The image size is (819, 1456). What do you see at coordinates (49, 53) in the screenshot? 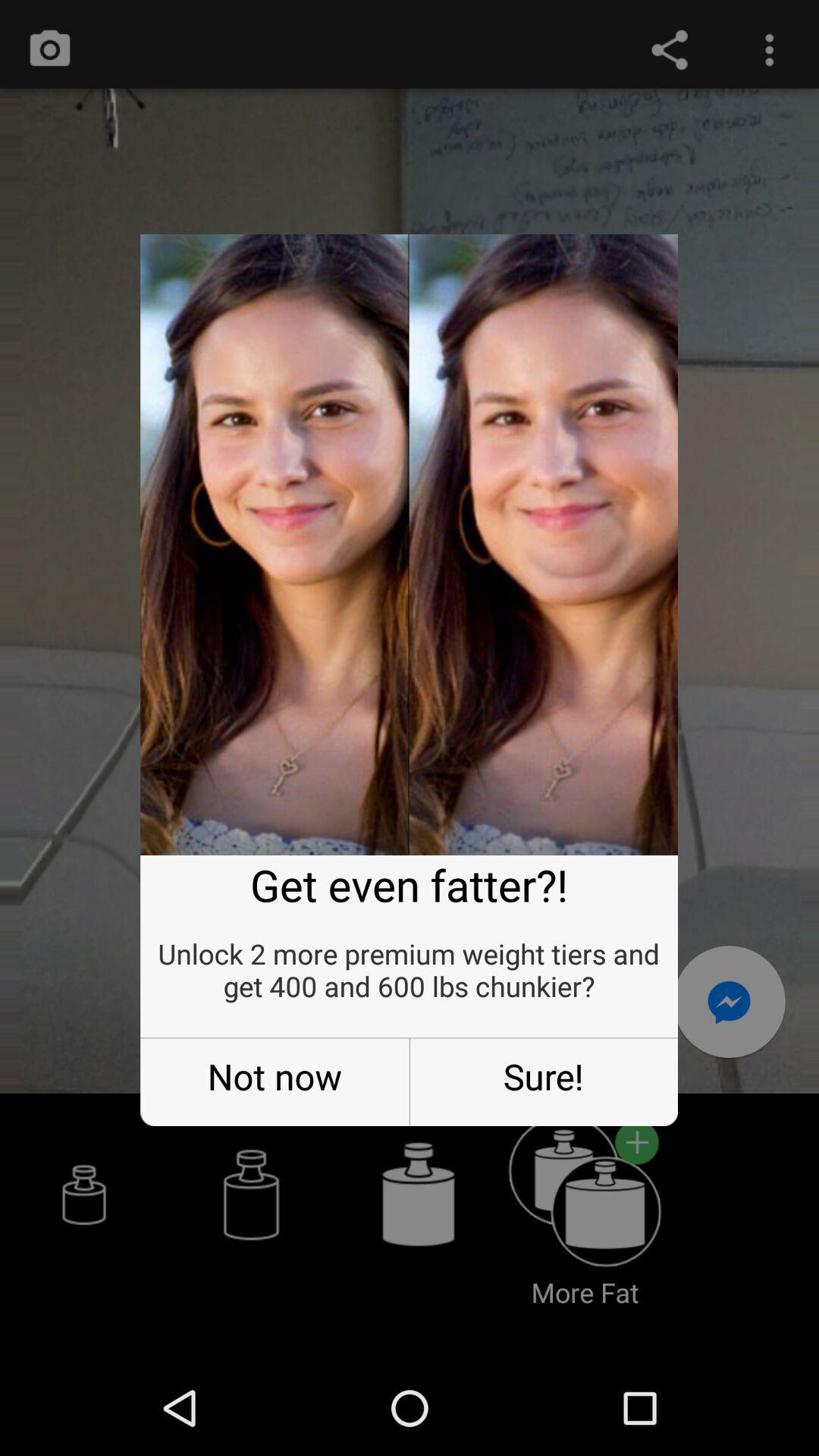
I see `the photo icon` at bounding box center [49, 53].